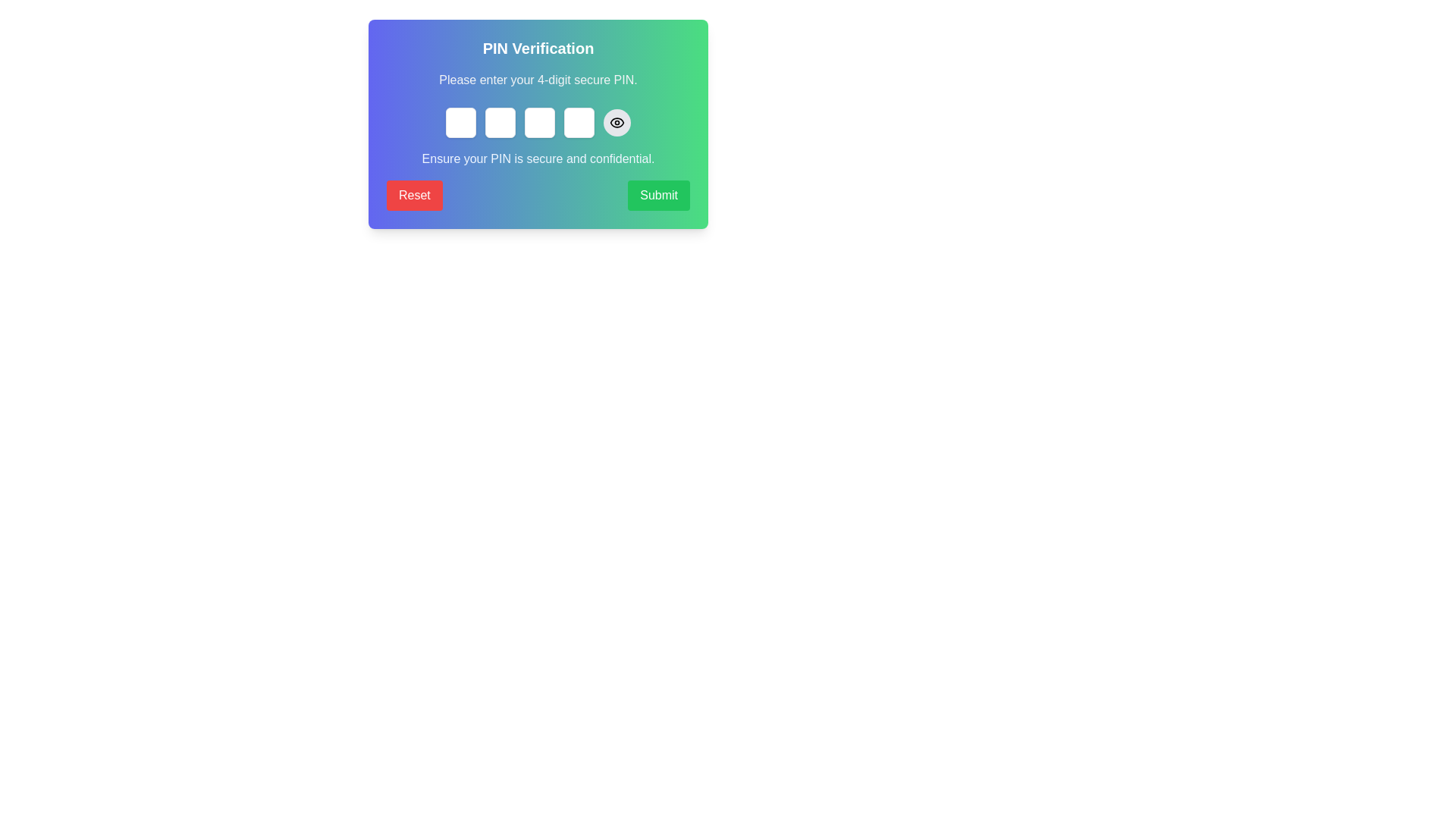  I want to click on the text label reading 'Ensure your PIN is secure and confidential.' which is styled in light blue and positioned prominently between the PIN input fields and the action buttons, so click(538, 158).